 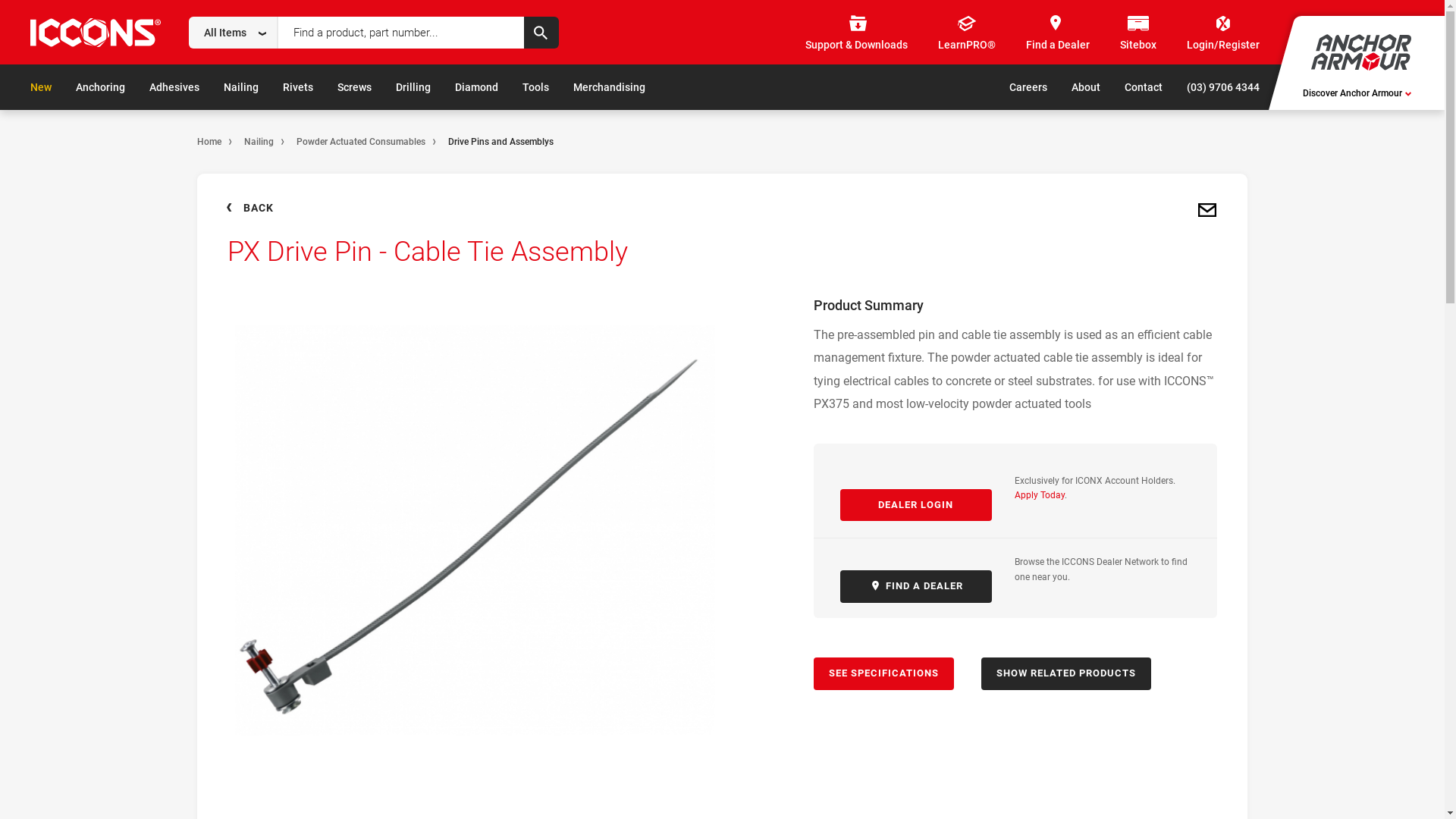 What do you see at coordinates (1302, 93) in the screenshot?
I see `'Discover Anchor Armour'` at bounding box center [1302, 93].